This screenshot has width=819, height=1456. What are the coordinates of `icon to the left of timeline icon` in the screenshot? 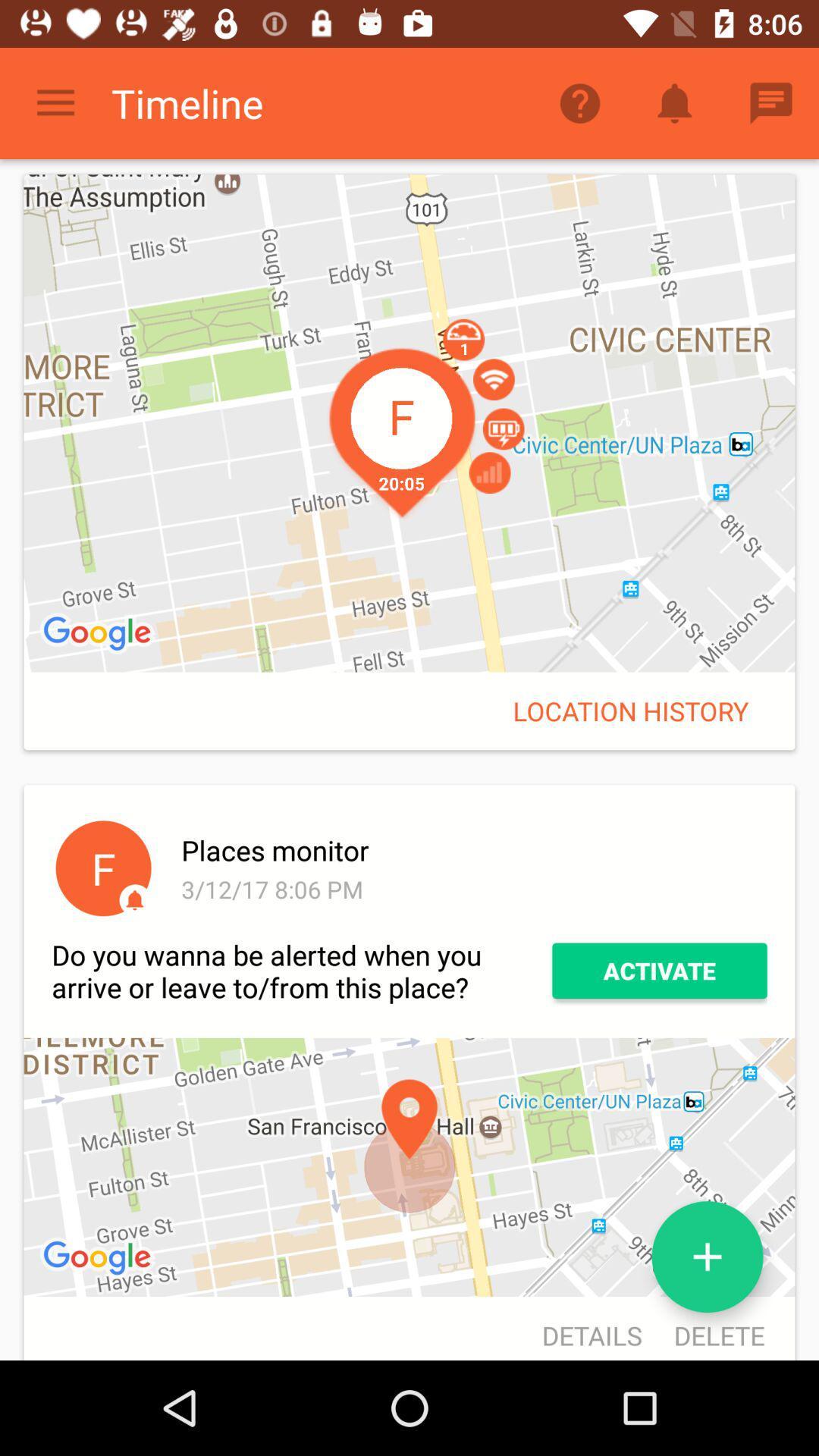 It's located at (55, 102).